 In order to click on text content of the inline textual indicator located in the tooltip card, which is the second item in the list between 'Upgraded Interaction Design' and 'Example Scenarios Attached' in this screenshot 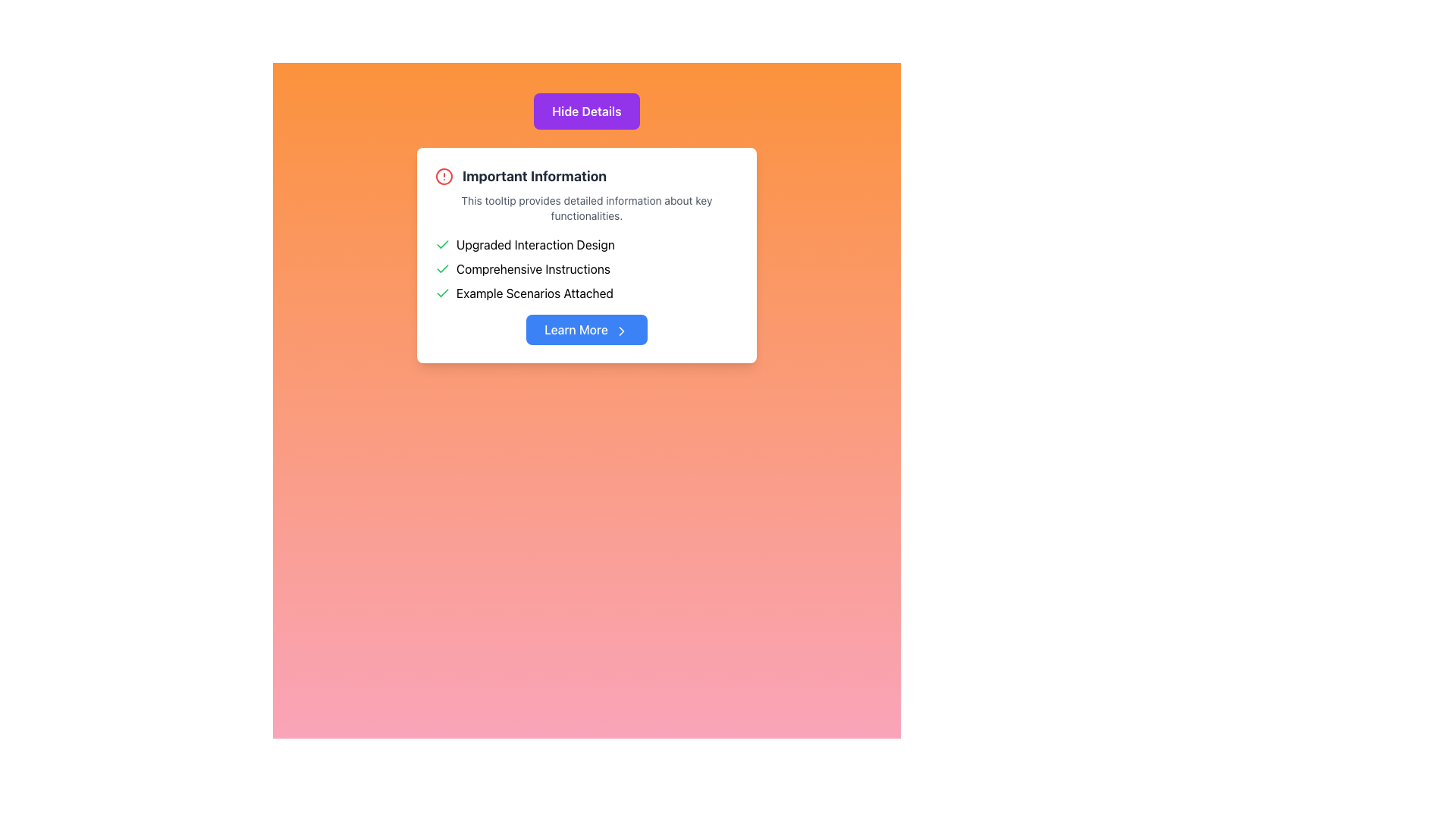, I will do `click(585, 268)`.